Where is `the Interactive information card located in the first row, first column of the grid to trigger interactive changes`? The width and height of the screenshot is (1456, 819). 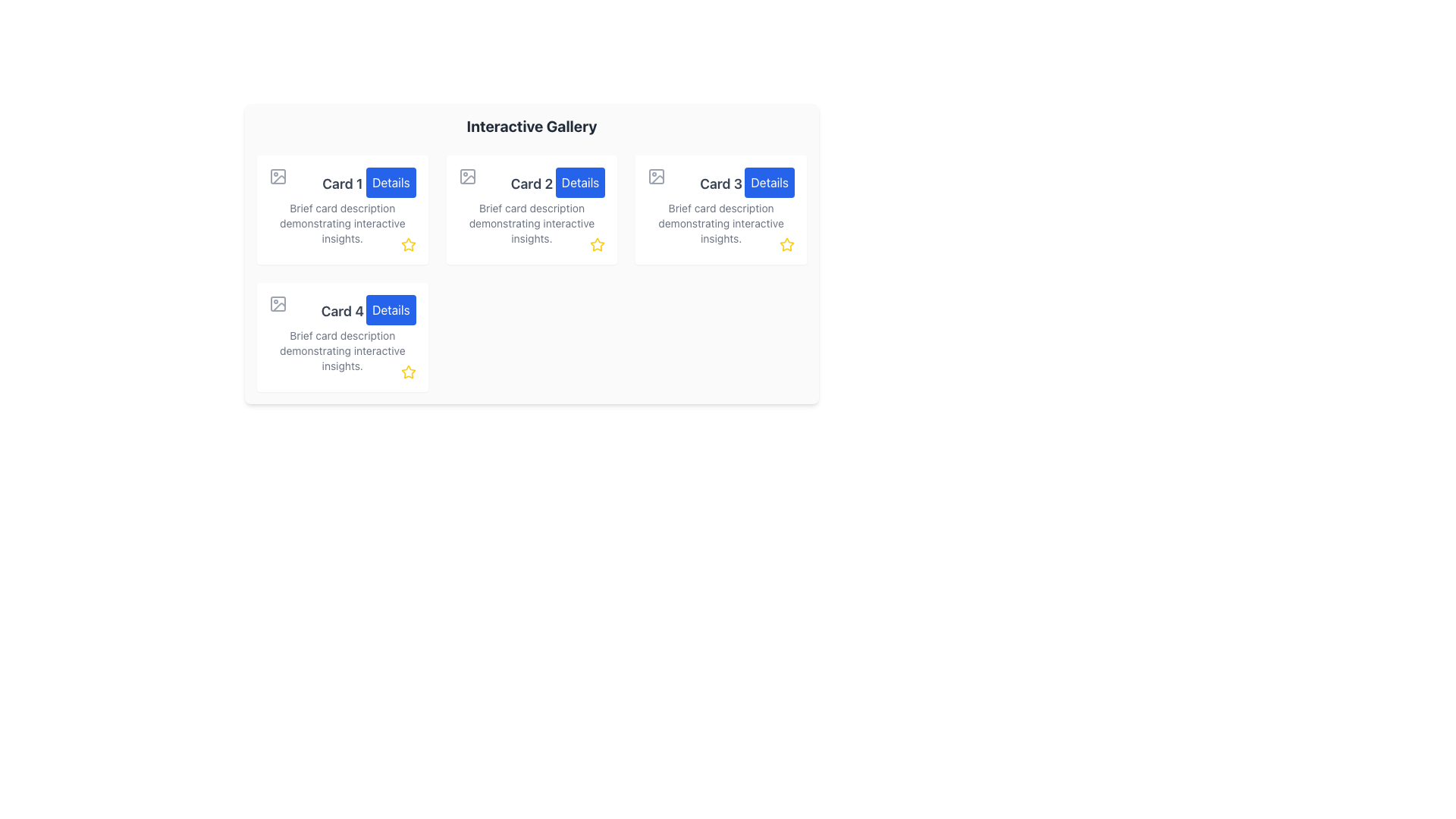 the Interactive information card located in the first row, first column of the grid to trigger interactive changes is located at coordinates (341, 210).